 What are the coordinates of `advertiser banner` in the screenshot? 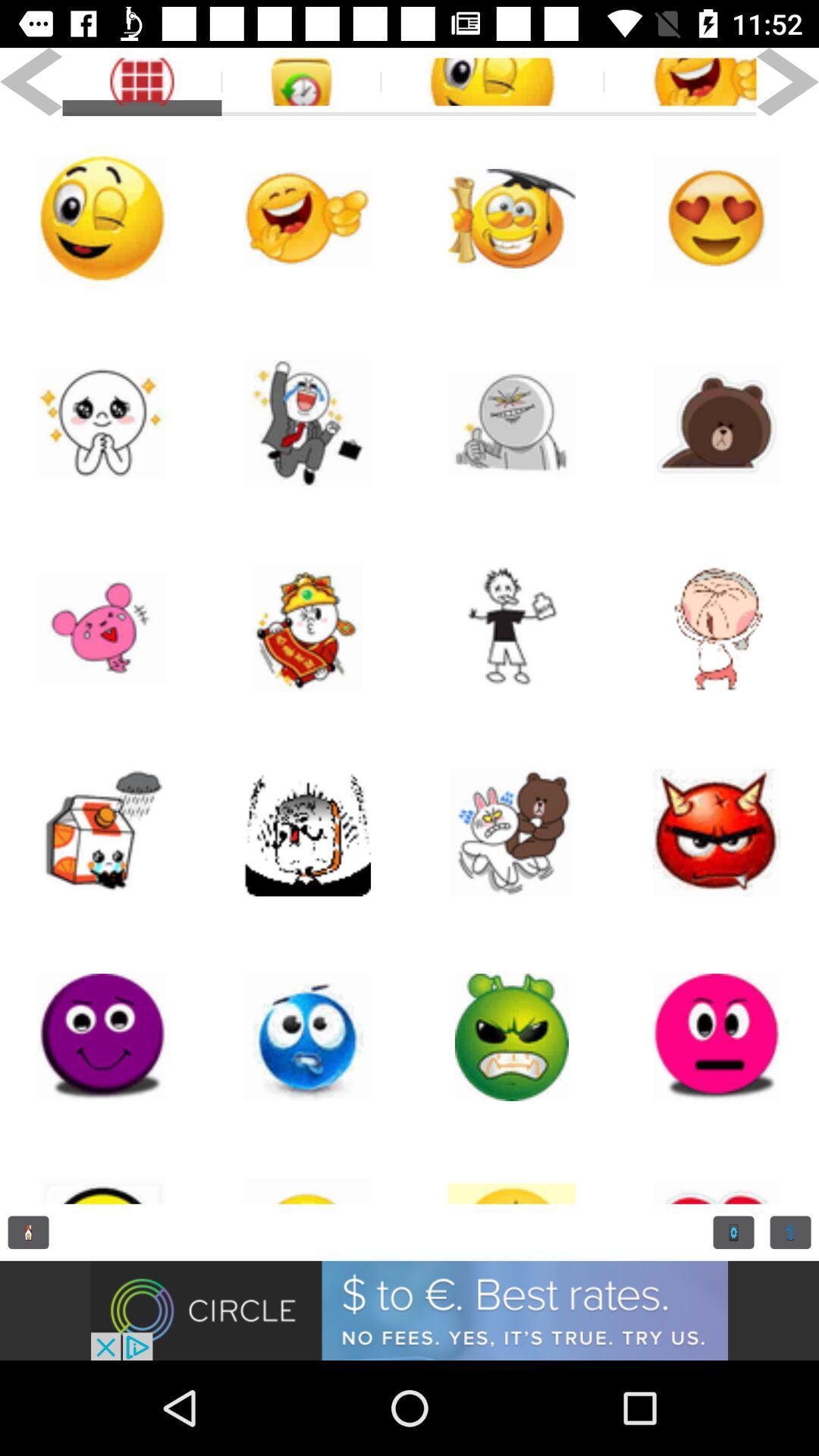 It's located at (409, 1310).